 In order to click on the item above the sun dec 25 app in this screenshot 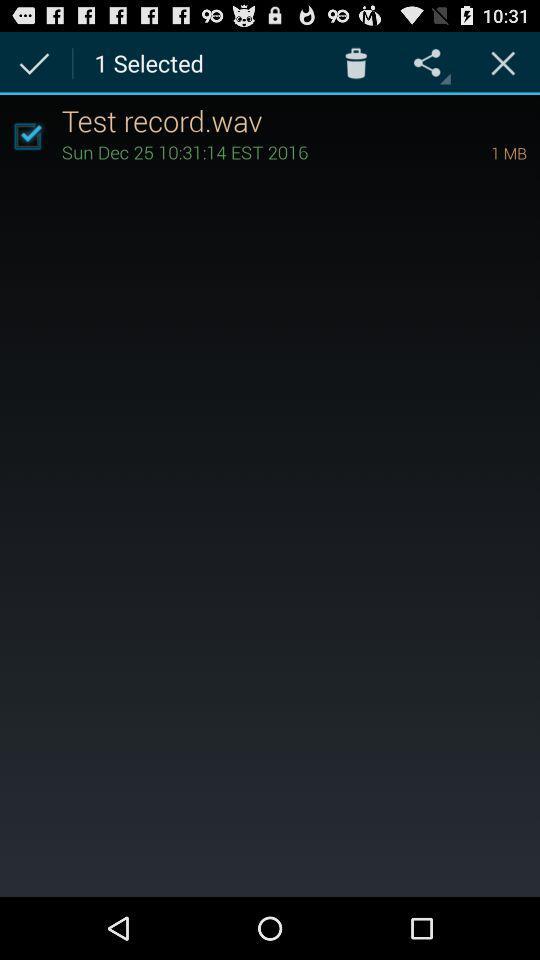, I will do `click(299, 120)`.